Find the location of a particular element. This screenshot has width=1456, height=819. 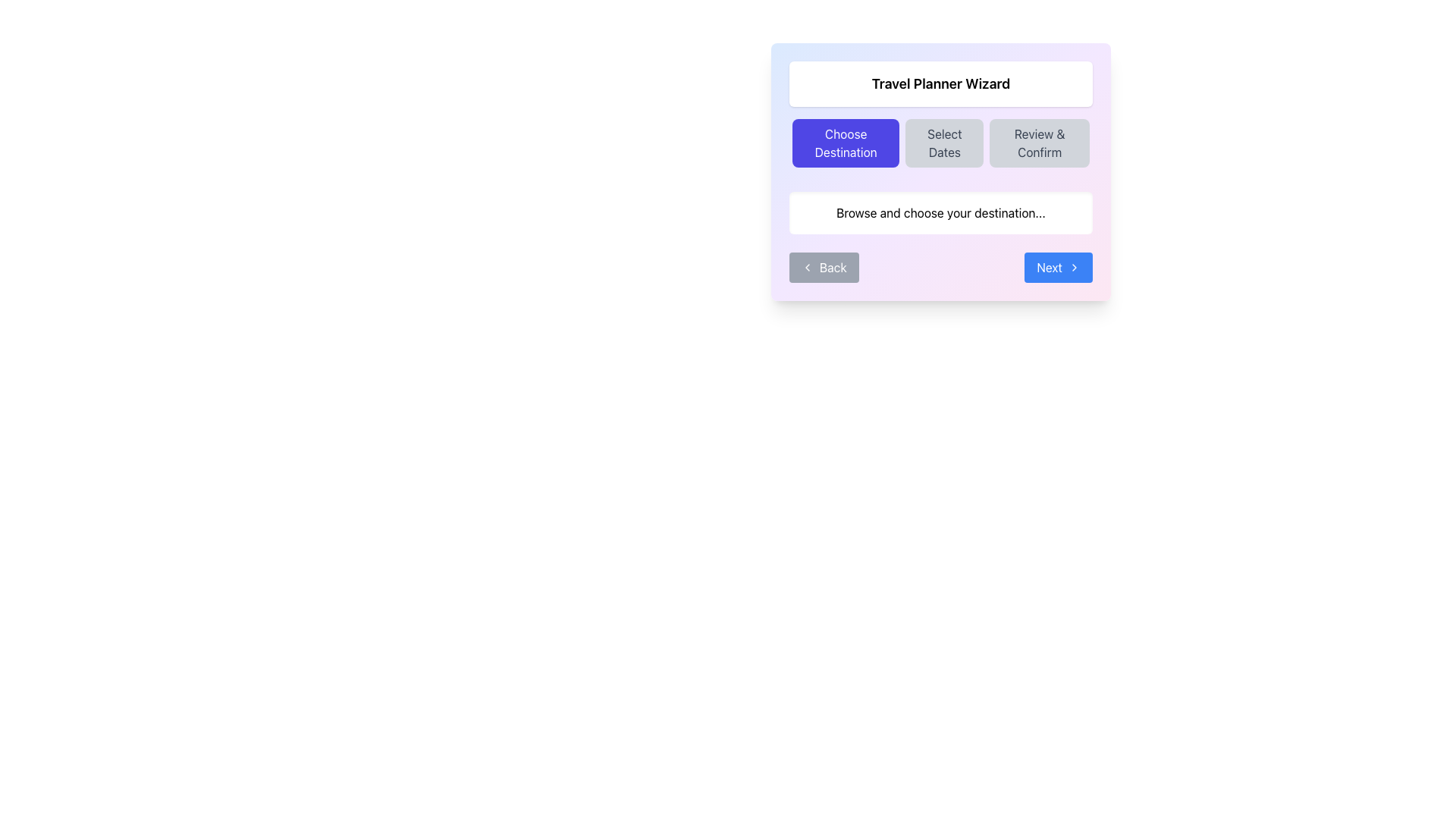

the destination selection button in the navigation bar, which is the first of three horizontally aligned buttons positioned to the left of 'Select Dates' and 'Review & Confirm' is located at coordinates (845, 143).